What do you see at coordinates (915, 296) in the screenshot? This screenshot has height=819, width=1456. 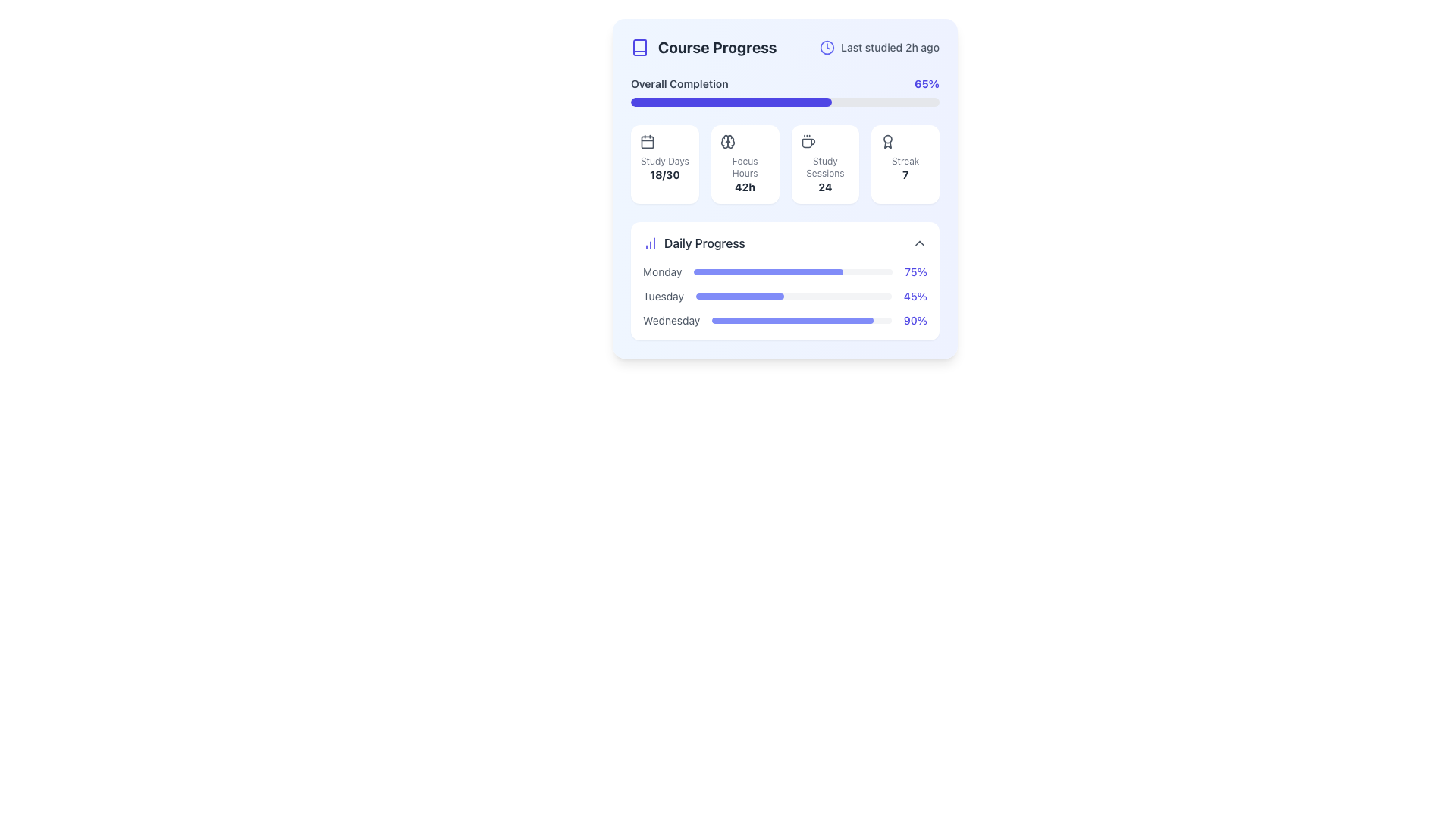 I see `value displayed in the Text Label that shows '45%' in indigo color, positioned to the right of the progress bar for Tuesday` at bounding box center [915, 296].